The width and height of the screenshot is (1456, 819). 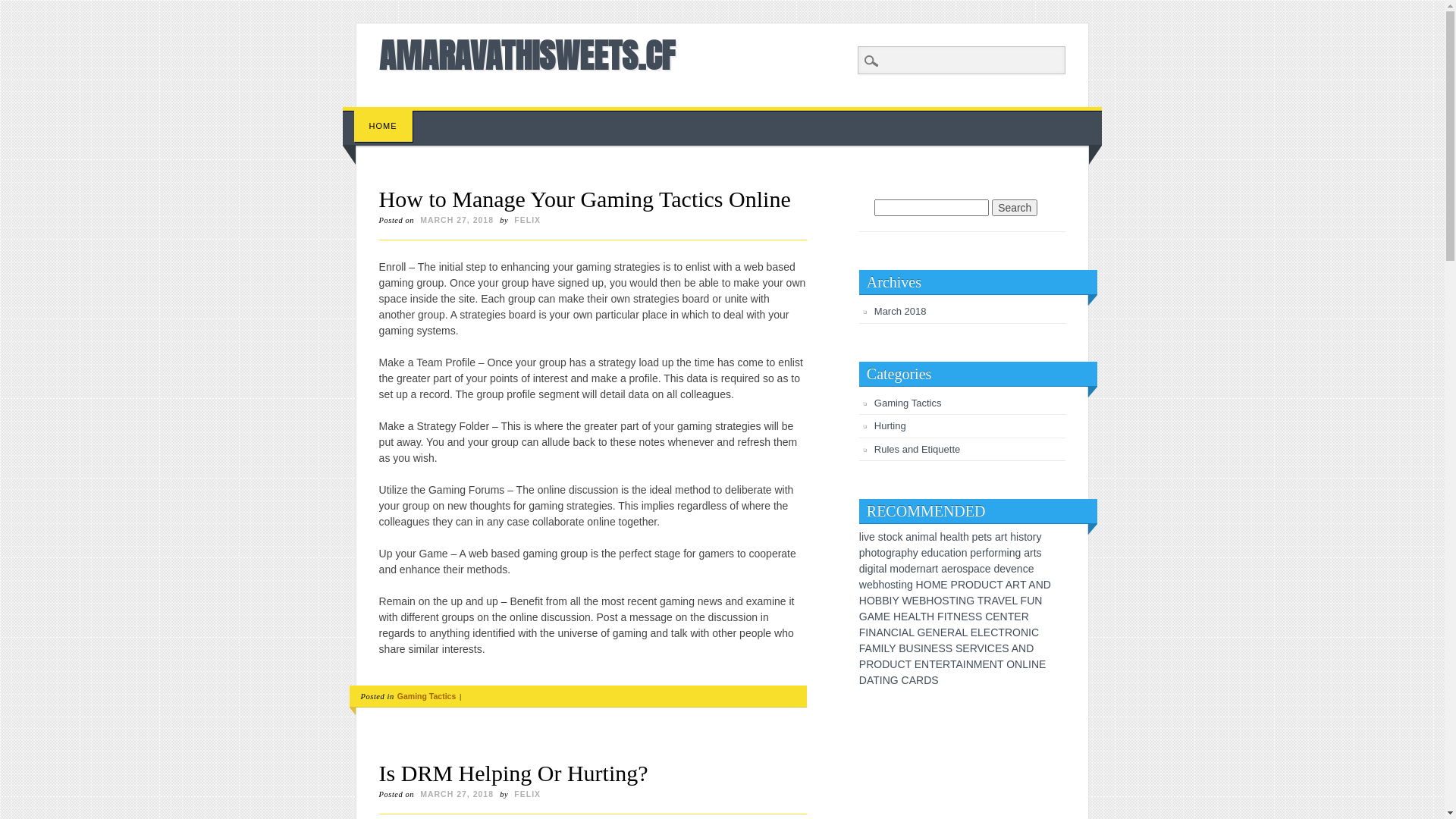 What do you see at coordinates (341, 113) in the screenshot?
I see `'Skip to content'` at bounding box center [341, 113].